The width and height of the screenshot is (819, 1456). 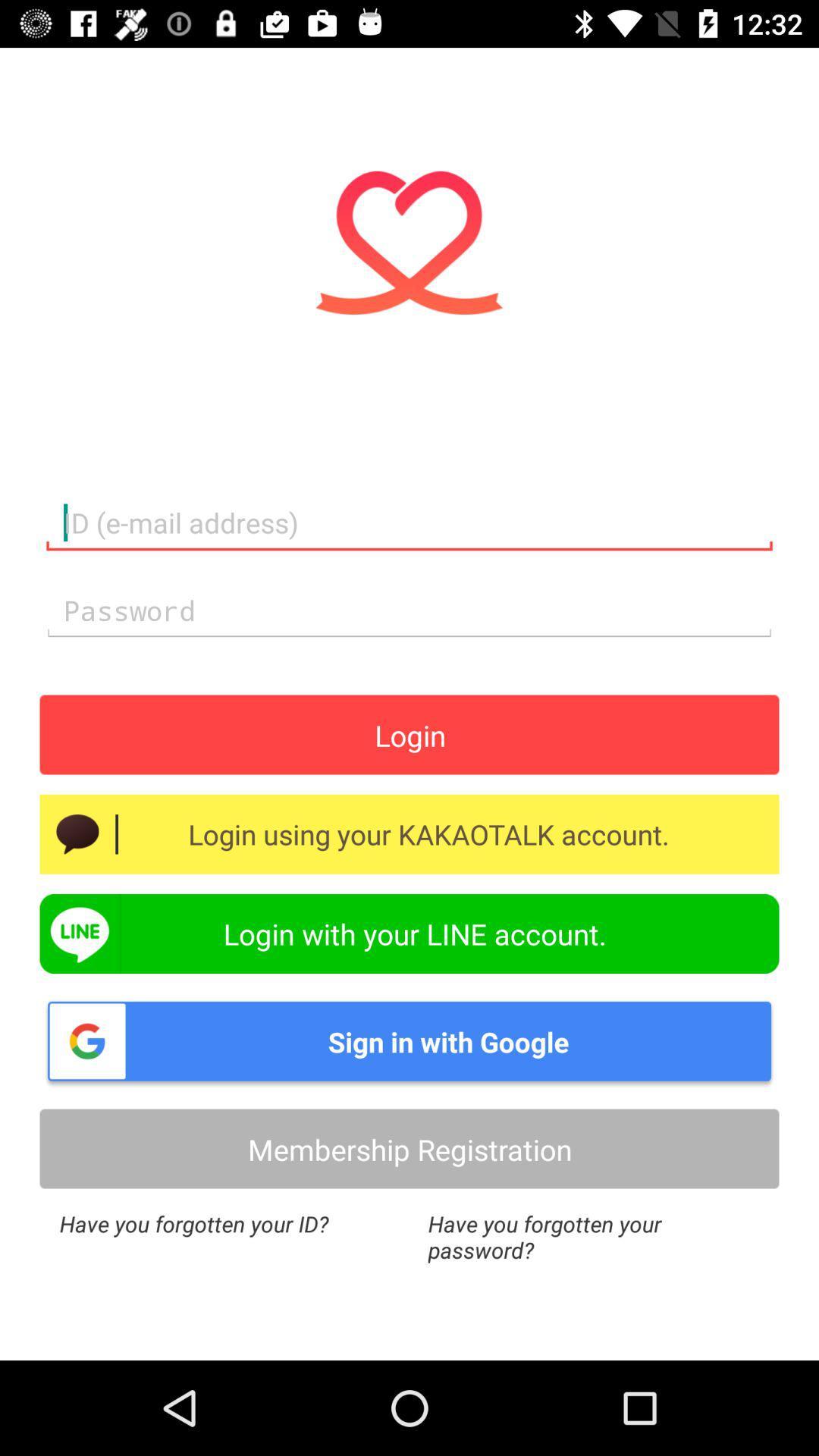 I want to click on the sign in with, so click(x=409, y=1040).